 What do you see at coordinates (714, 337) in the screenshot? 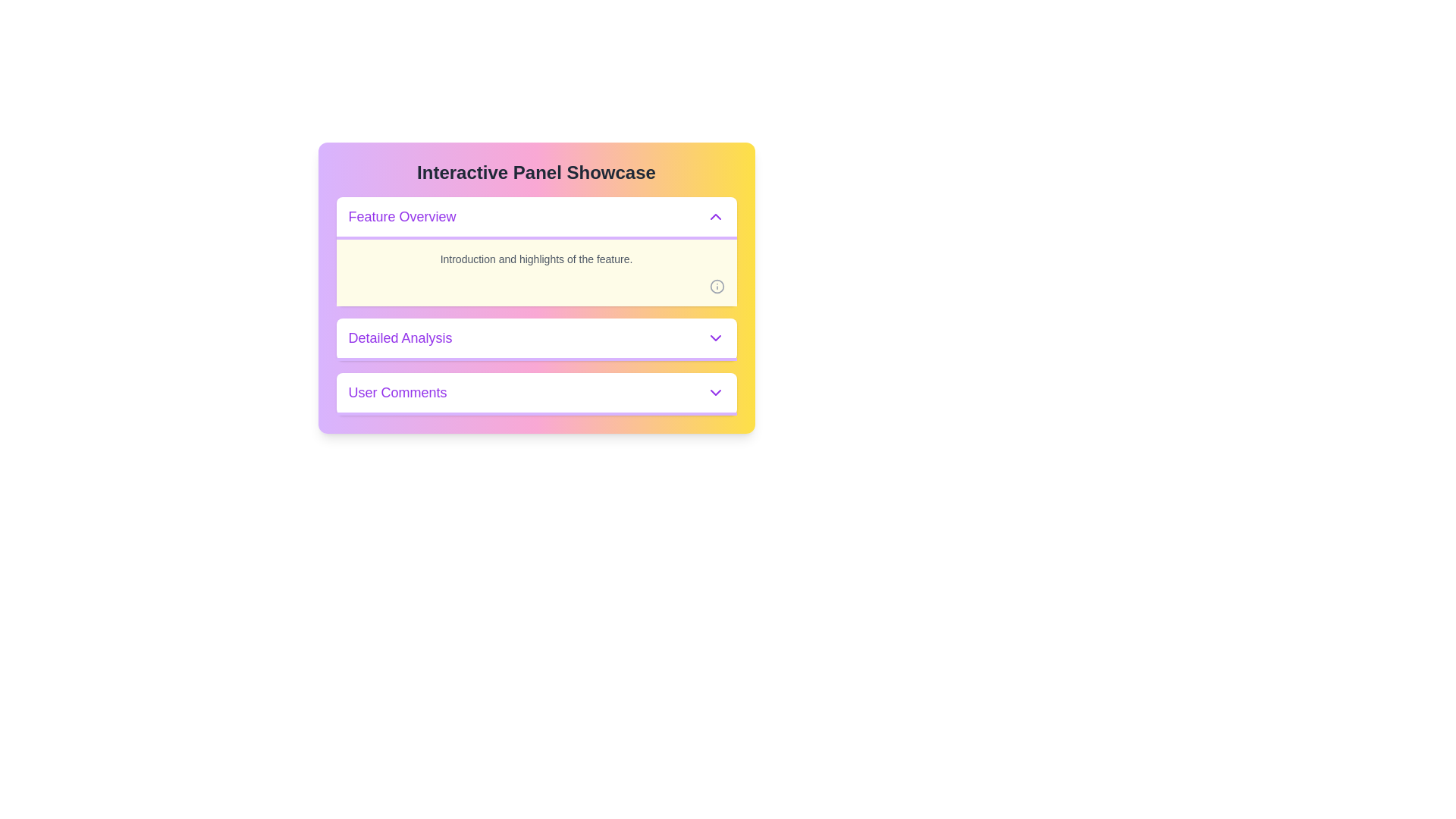
I see `the downward-facing purple chevron icon adjacent to the 'Detailed Analysis' text` at bounding box center [714, 337].